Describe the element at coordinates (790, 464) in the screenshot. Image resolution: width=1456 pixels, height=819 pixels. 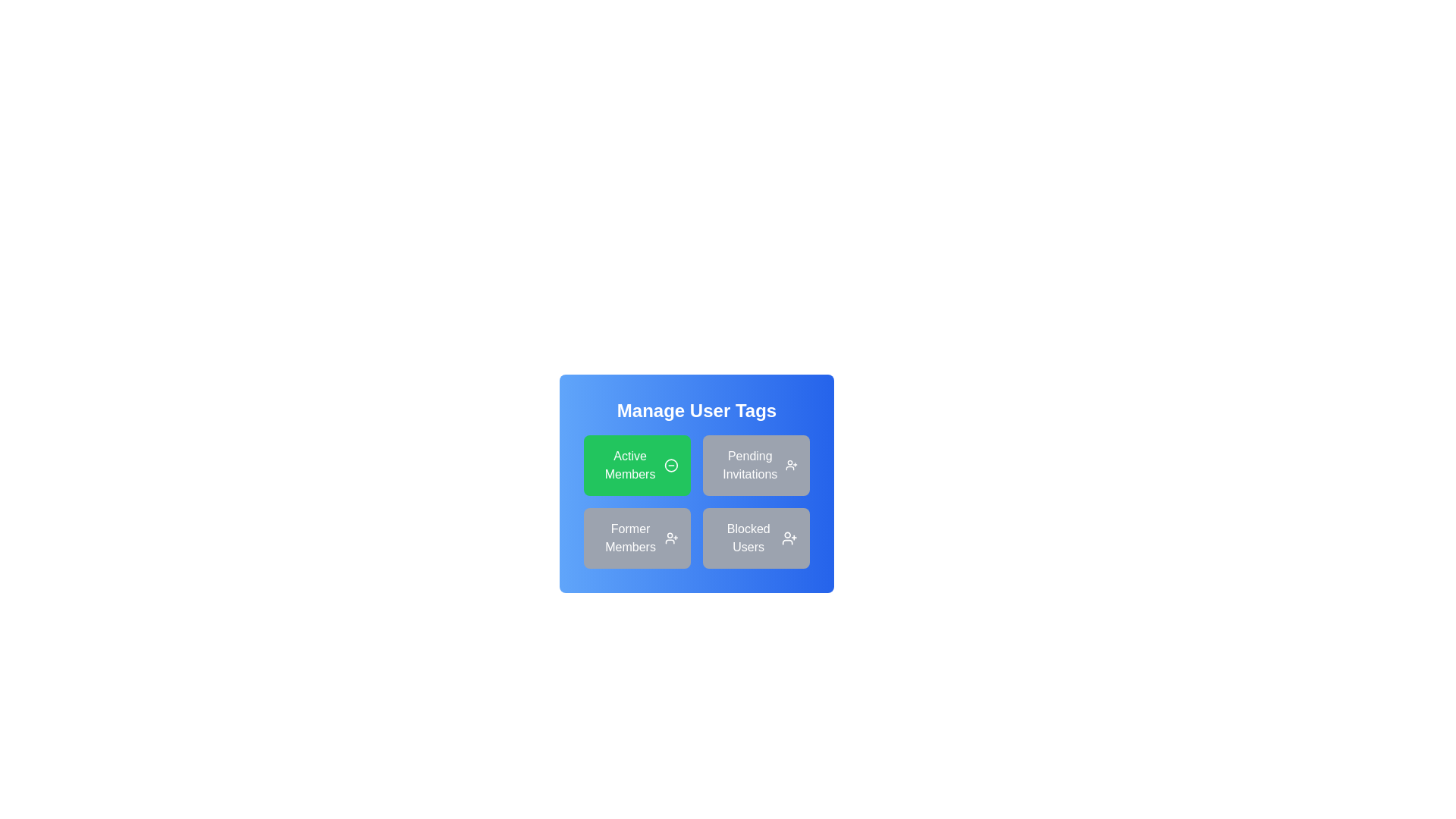
I see `the icon button with a plus sign next to 'Pending Invitations'` at that location.